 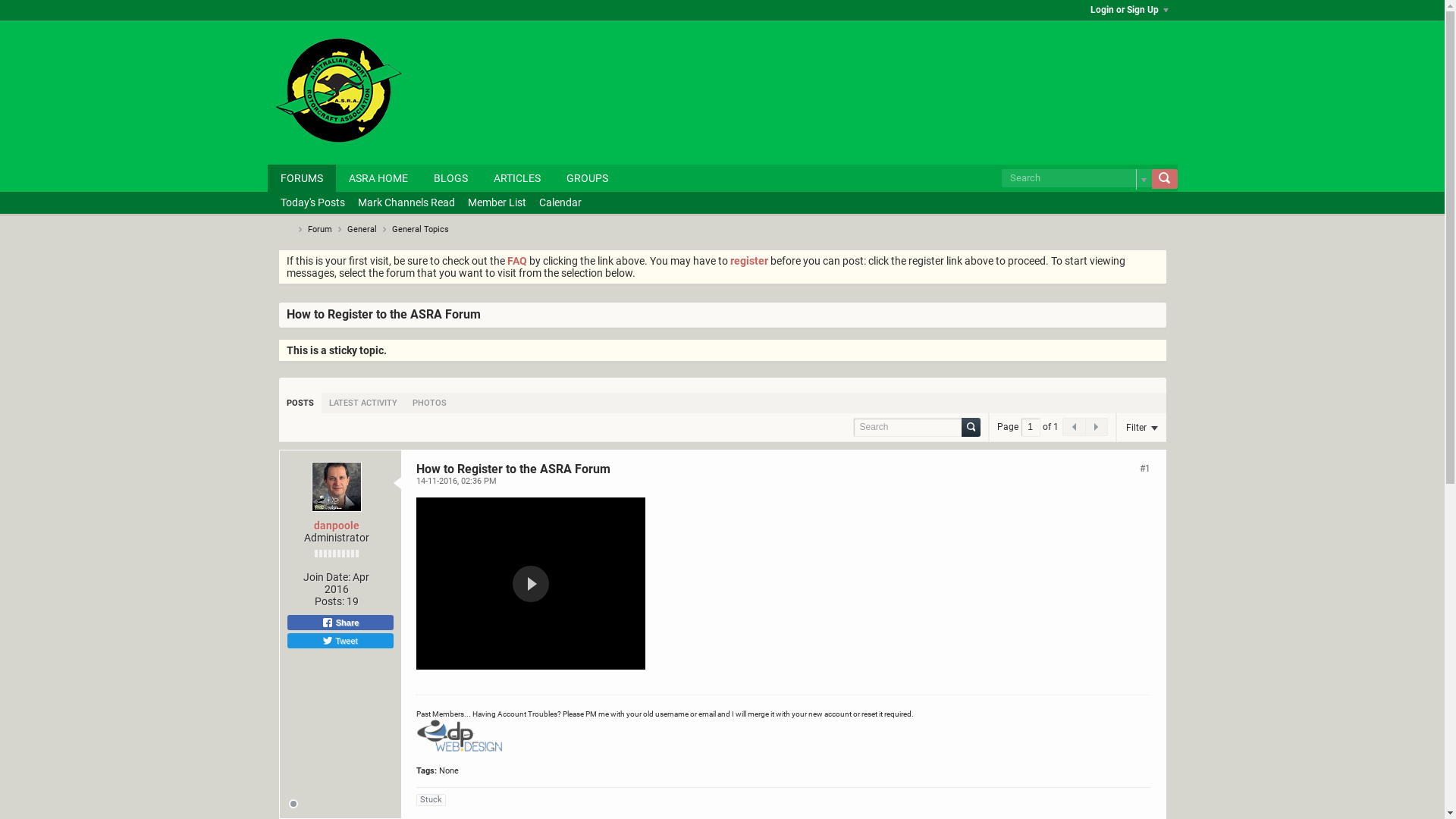 What do you see at coordinates (301, 177) in the screenshot?
I see `'FORUMS'` at bounding box center [301, 177].